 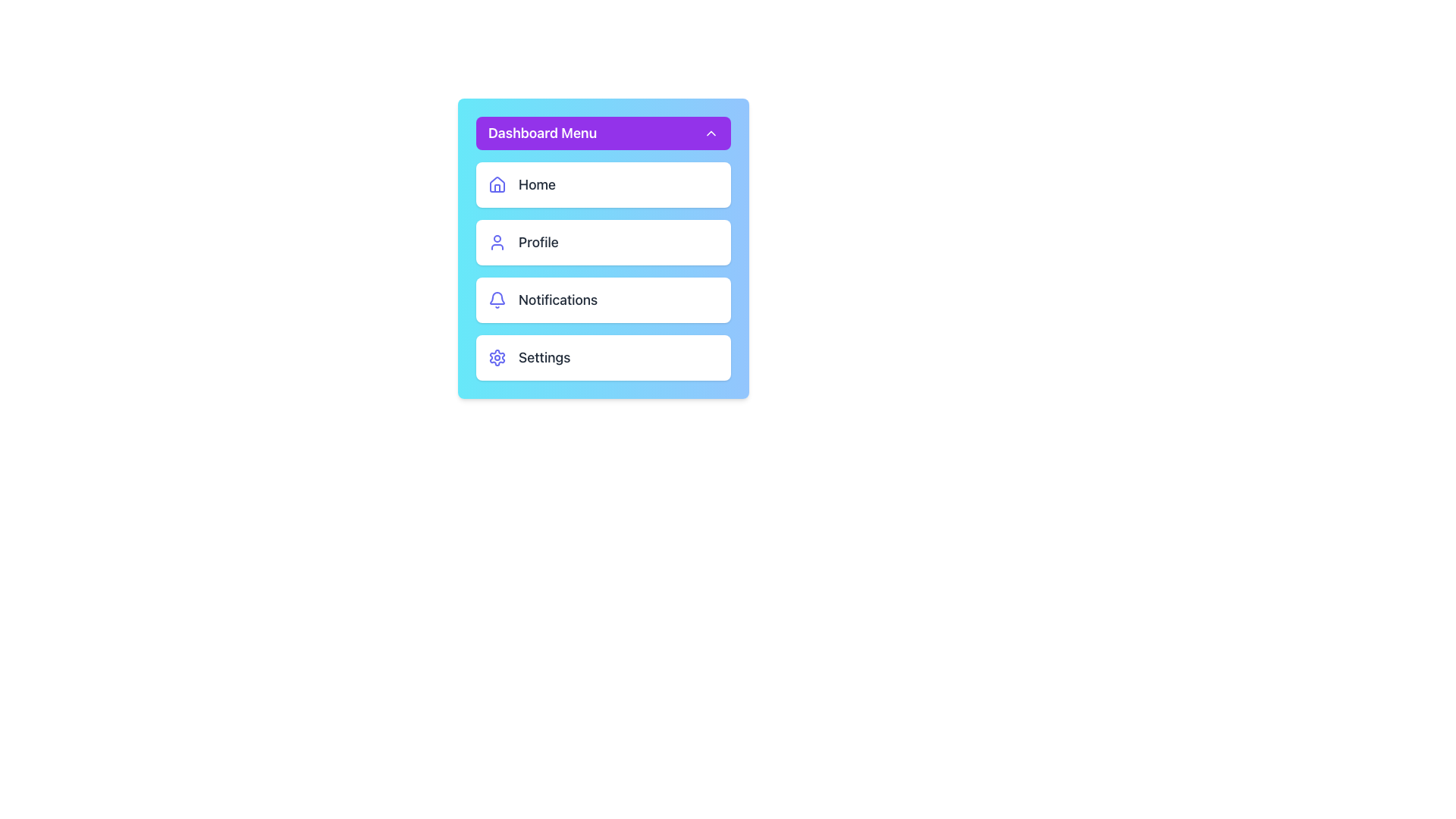 I want to click on the blue-indigo bell icon located to the left of the bold 'Notifications' label in the notification component, so click(x=497, y=300).